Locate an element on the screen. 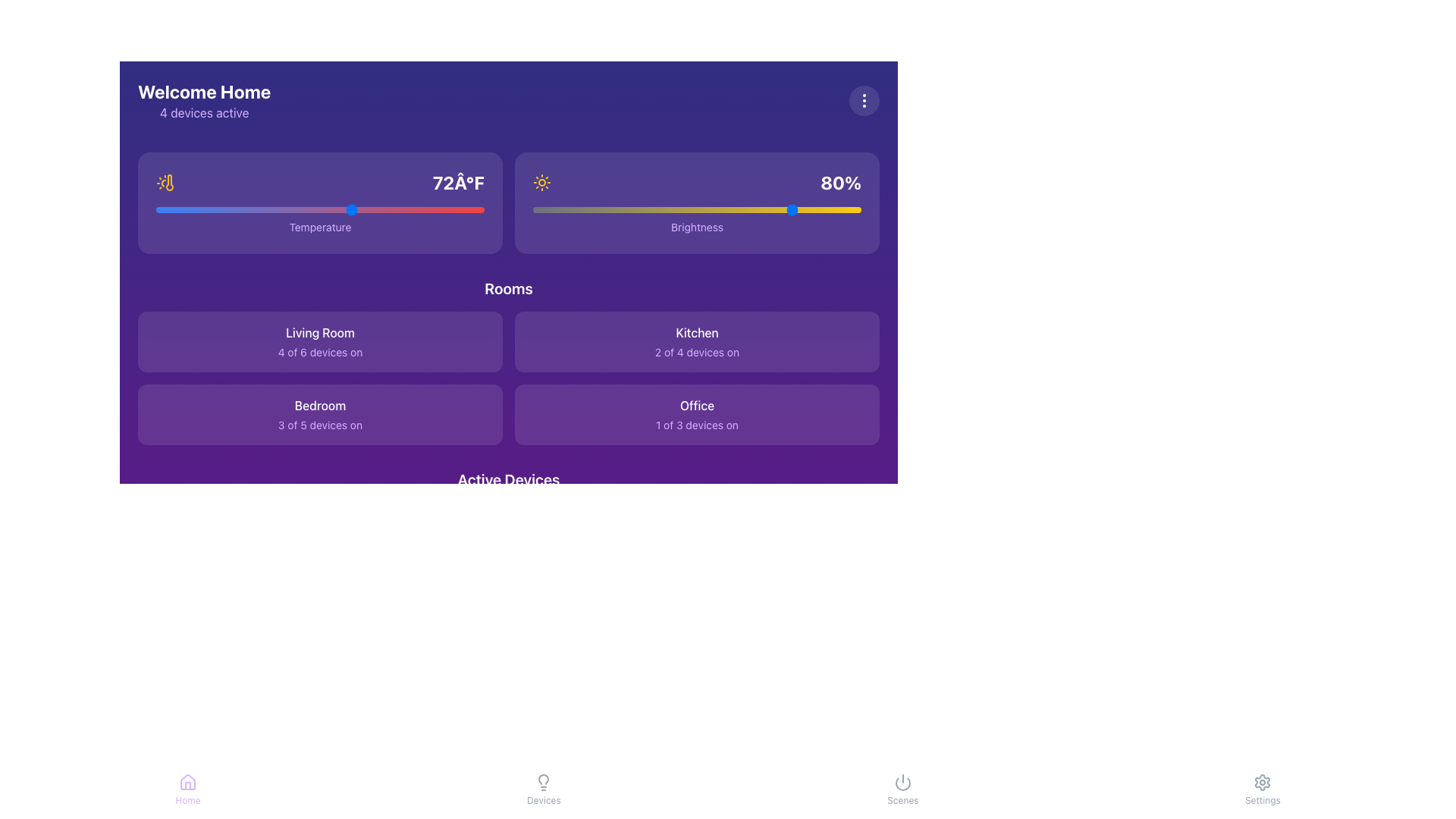 The width and height of the screenshot is (1456, 819). text label that displays 'Active Devices', which is styled in an extra-large bold font and located in the purple section at the bottom of the page is located at coordinates (509, 479).